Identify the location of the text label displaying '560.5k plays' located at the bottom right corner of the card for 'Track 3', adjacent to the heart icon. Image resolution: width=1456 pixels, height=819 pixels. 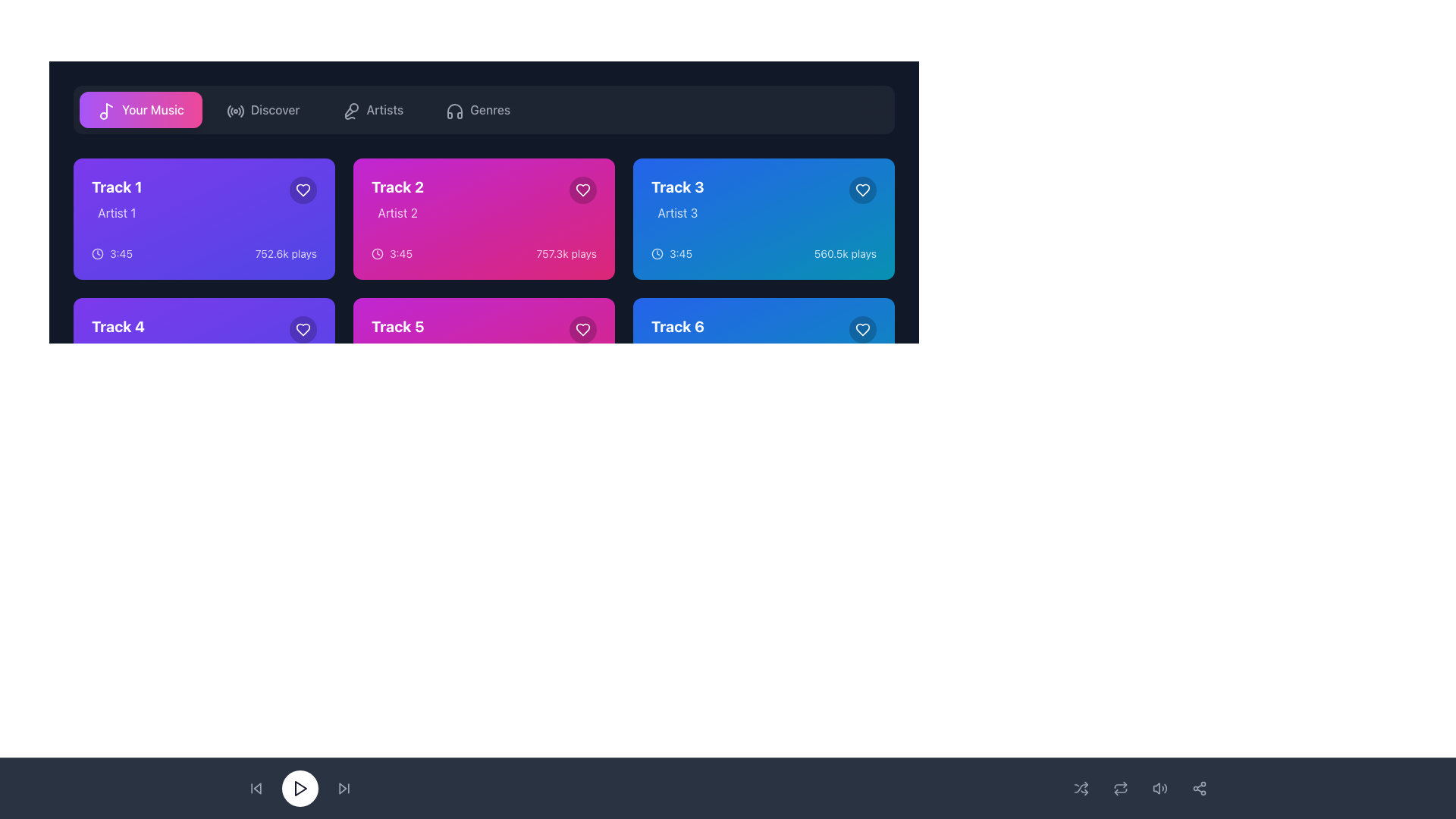
(844, 253).